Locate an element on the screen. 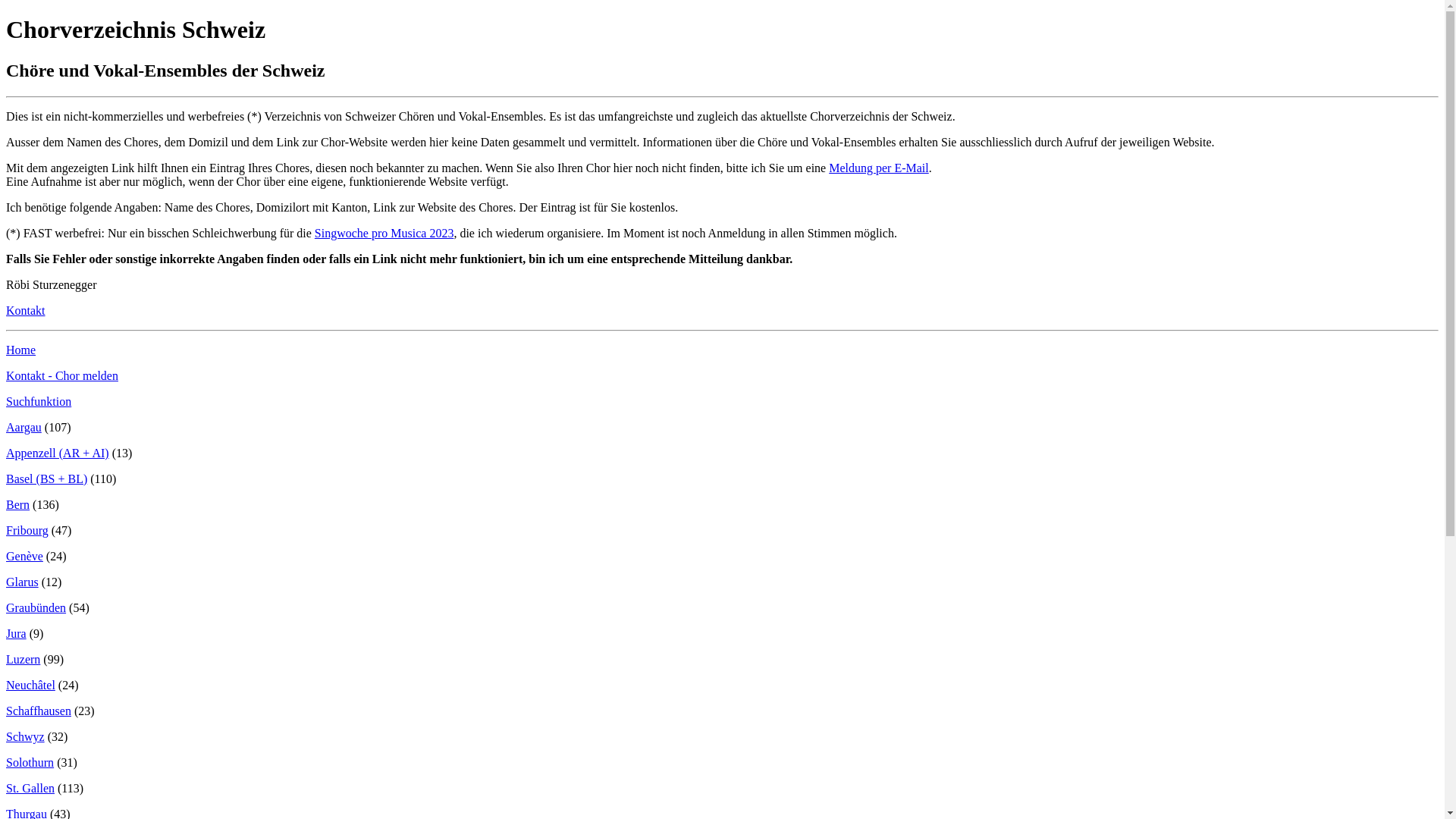  'Suchfunktion' is located at coordinates (39, 400).